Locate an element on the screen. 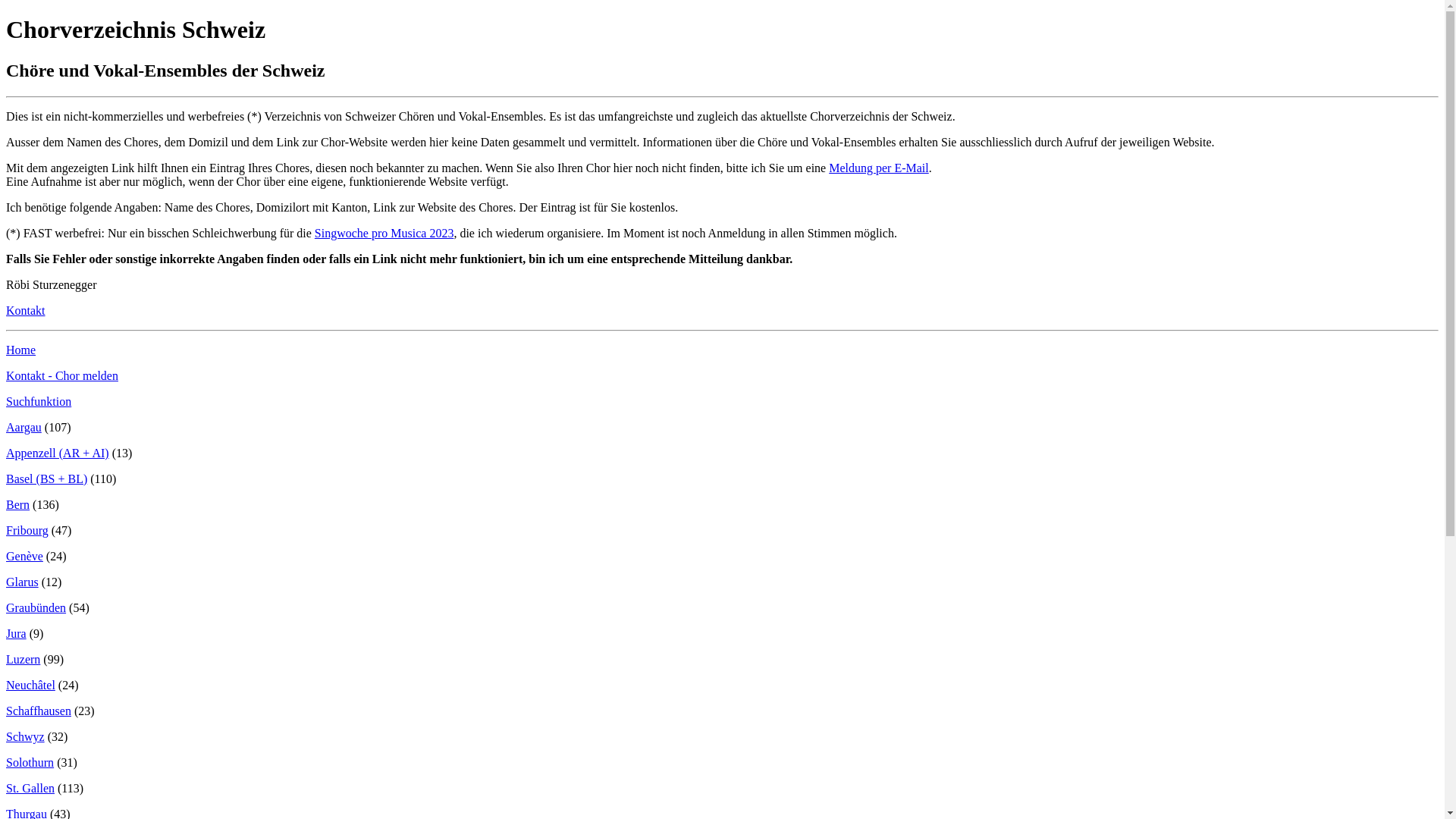  'Suchfunktion' is located at coordinates (39, 400).